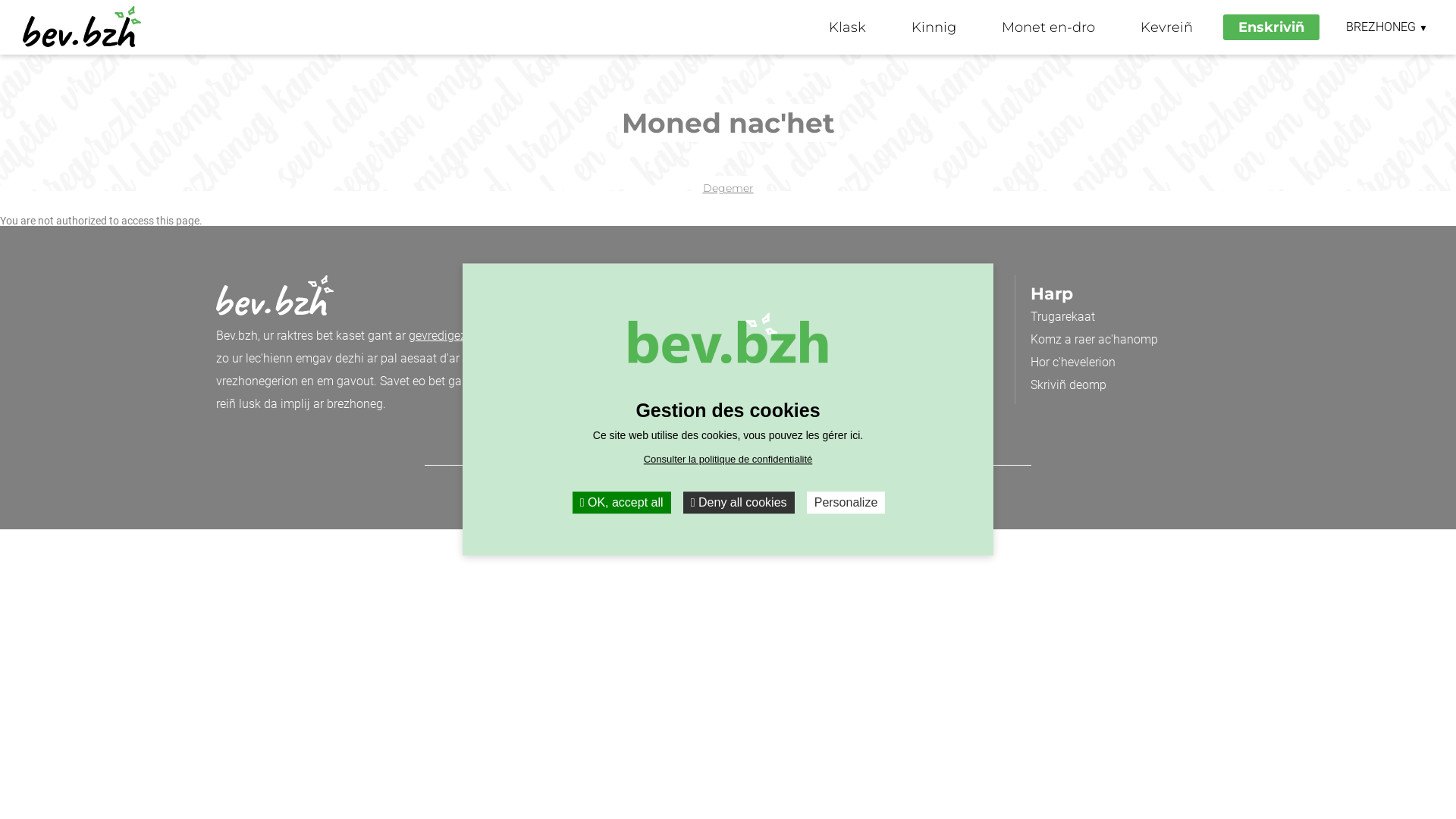 This screenshot has height=819, width=1456. I want to click on 'Personalize', so click(846, 502).